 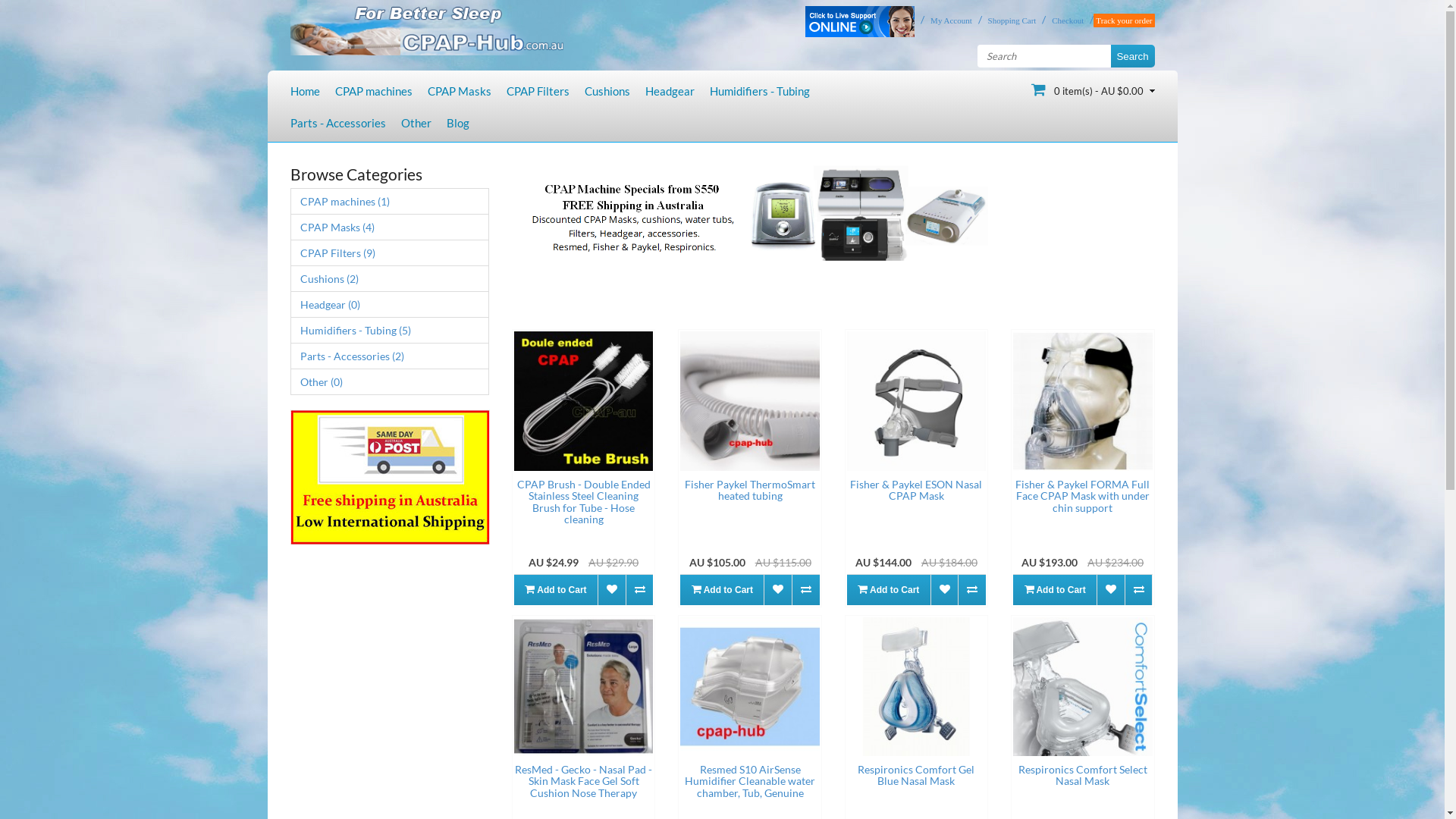 What do you see at coordinates (389, 252) in the screenshot?
I see `'CPAP Filters (9)'` at bounding box center [389, 252].